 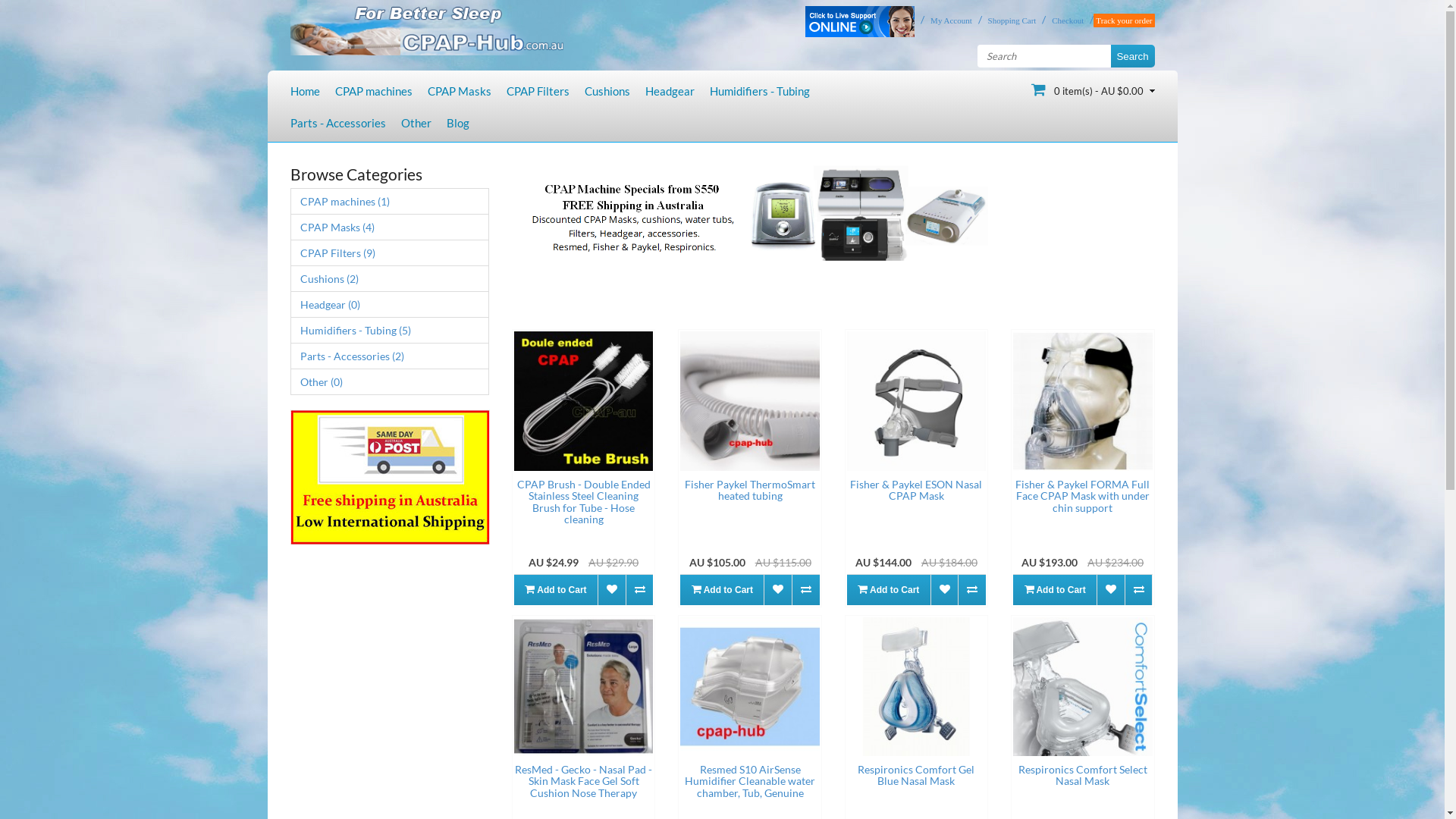 What do you see at coordinates (389, 252) in the screenshot?
I see `'CPAP Filters (9)'` at bounding box center [389, 252].